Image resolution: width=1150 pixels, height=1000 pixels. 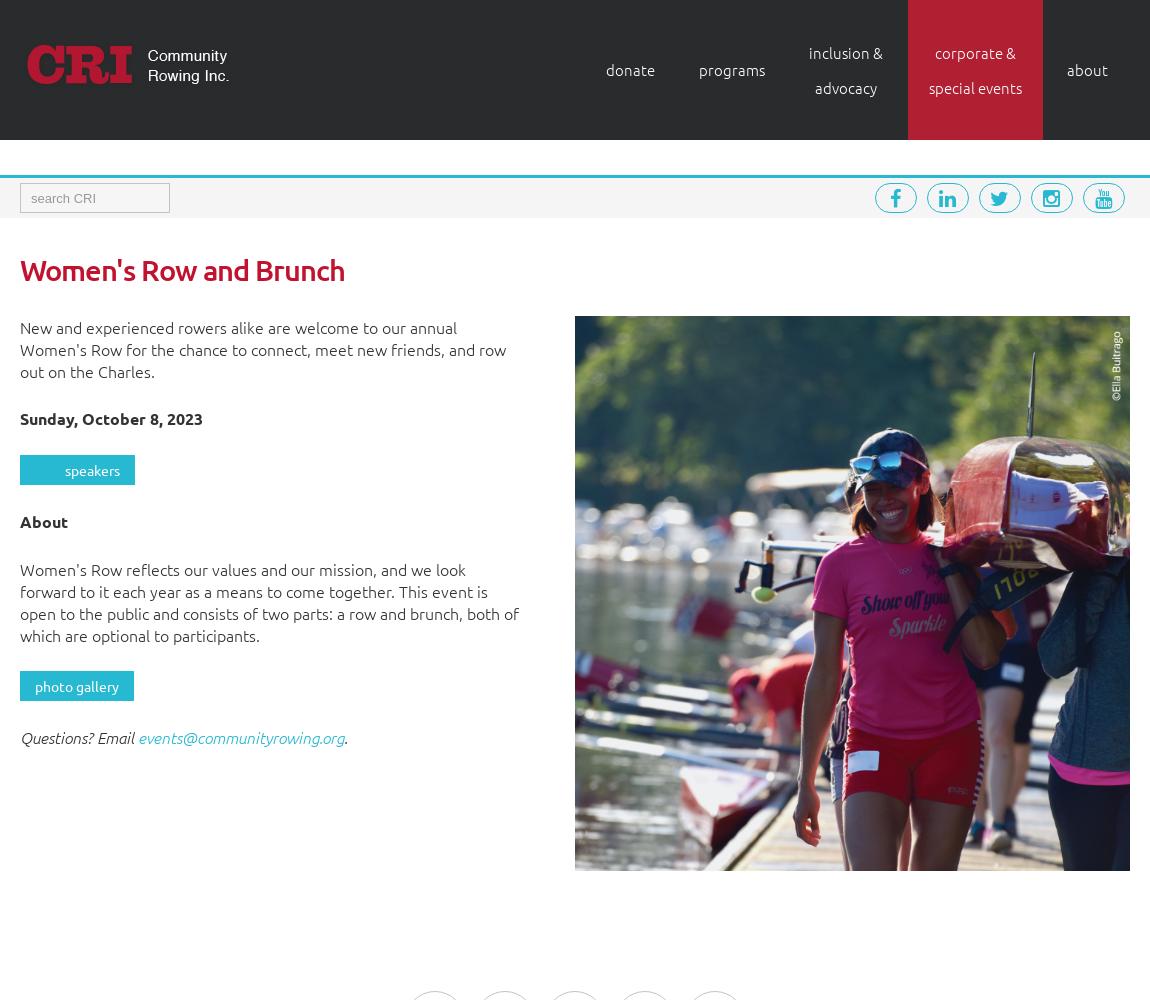 I want to click on 'events@communityrowing.org', so click(x=137, y=736).